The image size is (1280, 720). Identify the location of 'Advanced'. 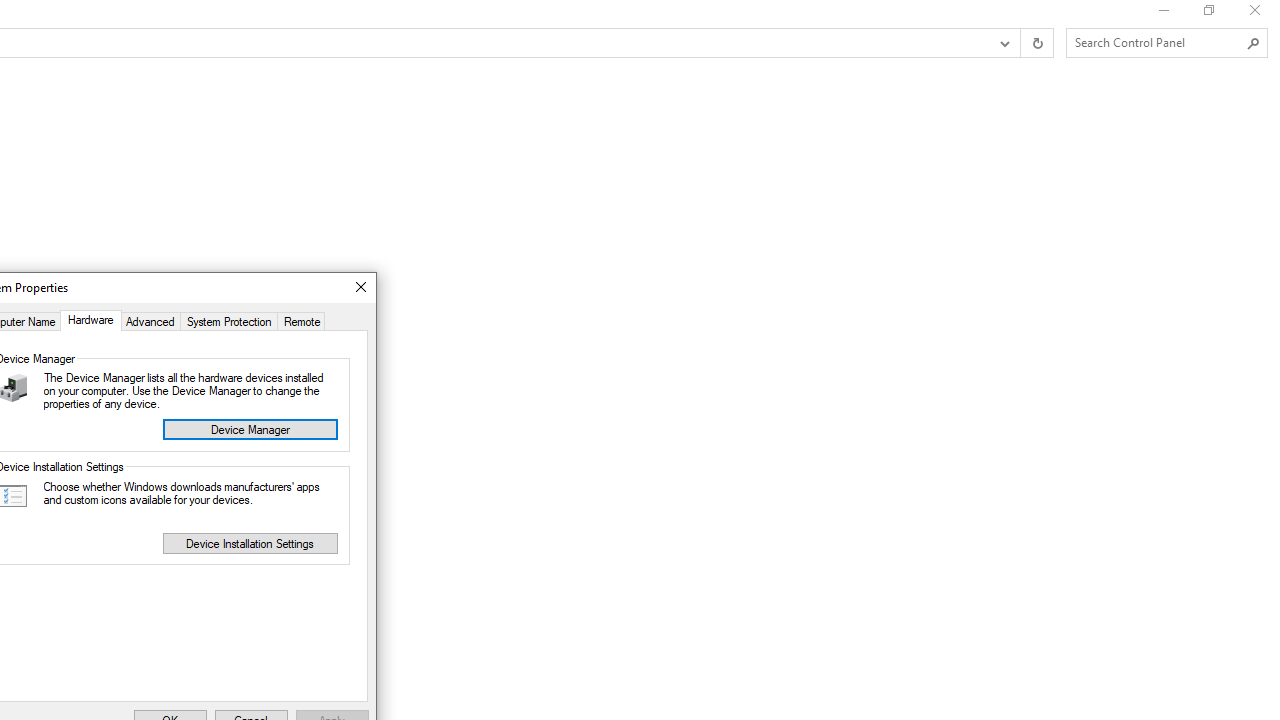
(149, 319).